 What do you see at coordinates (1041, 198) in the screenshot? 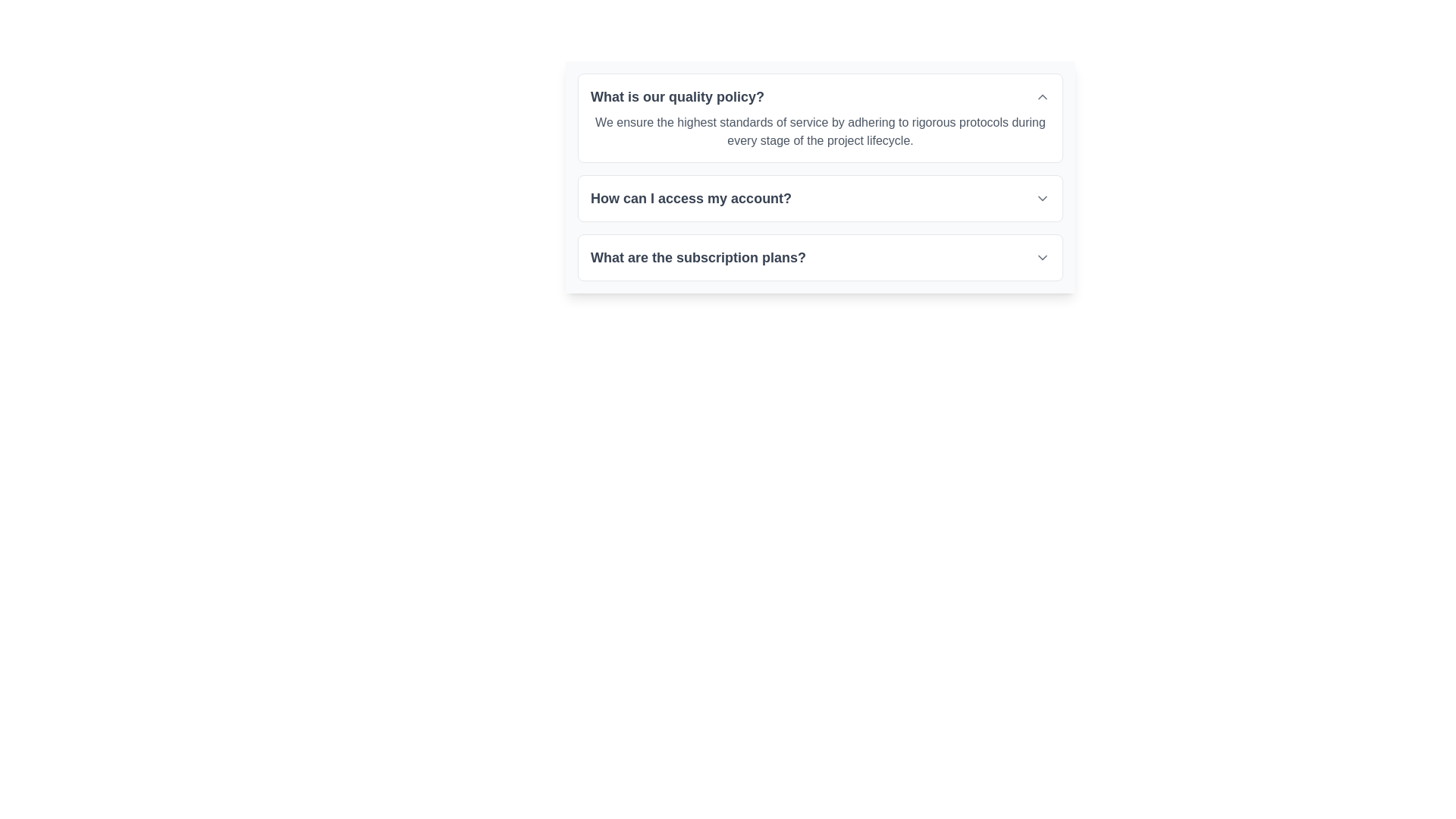
I see `the downward chevron icon located at the far-right end of the 'How can I access my account?' text block` at bounding box center [1041, 198].